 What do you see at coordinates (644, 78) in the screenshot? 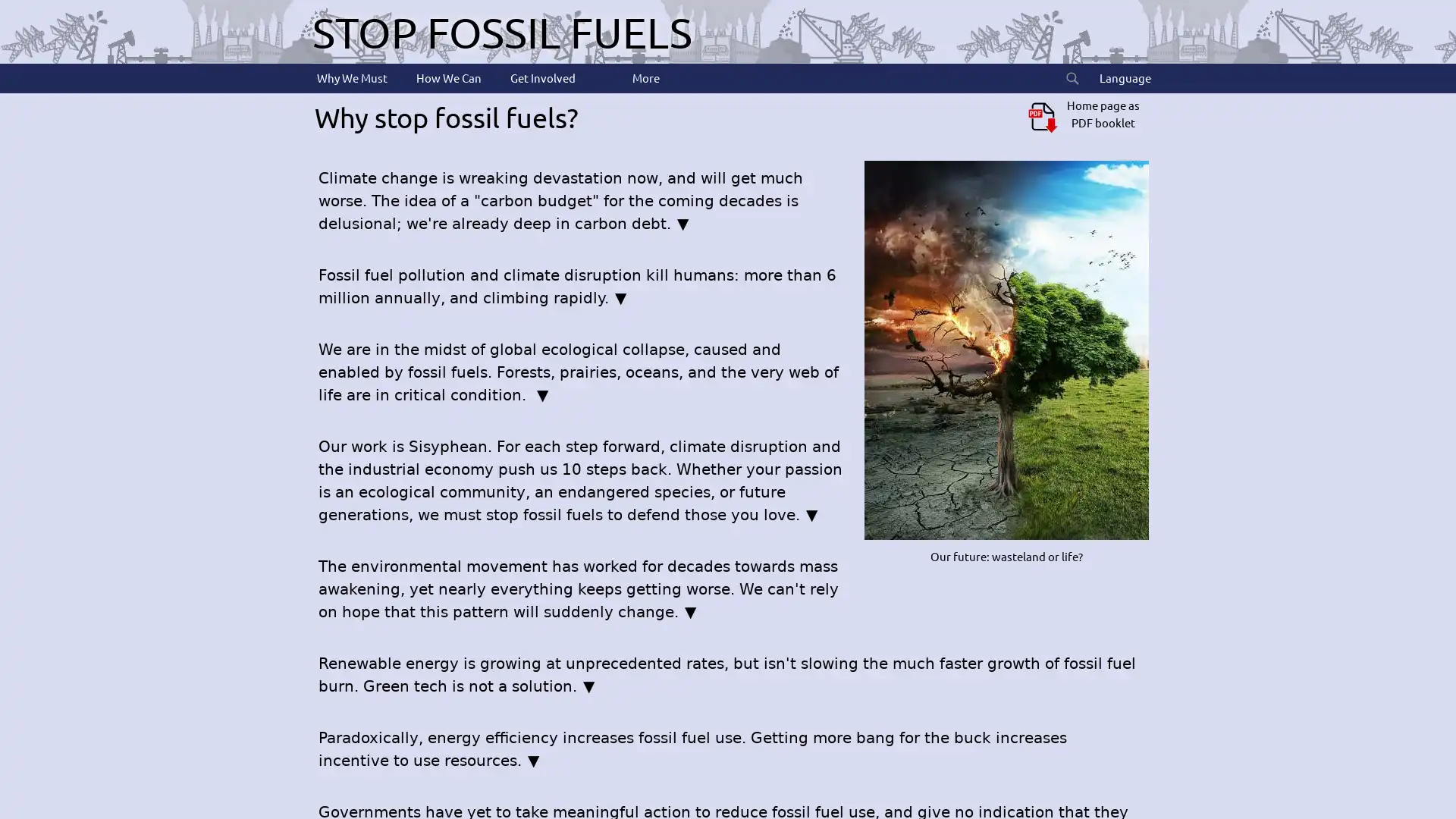
I see `More` at bounding box center [644, 78].